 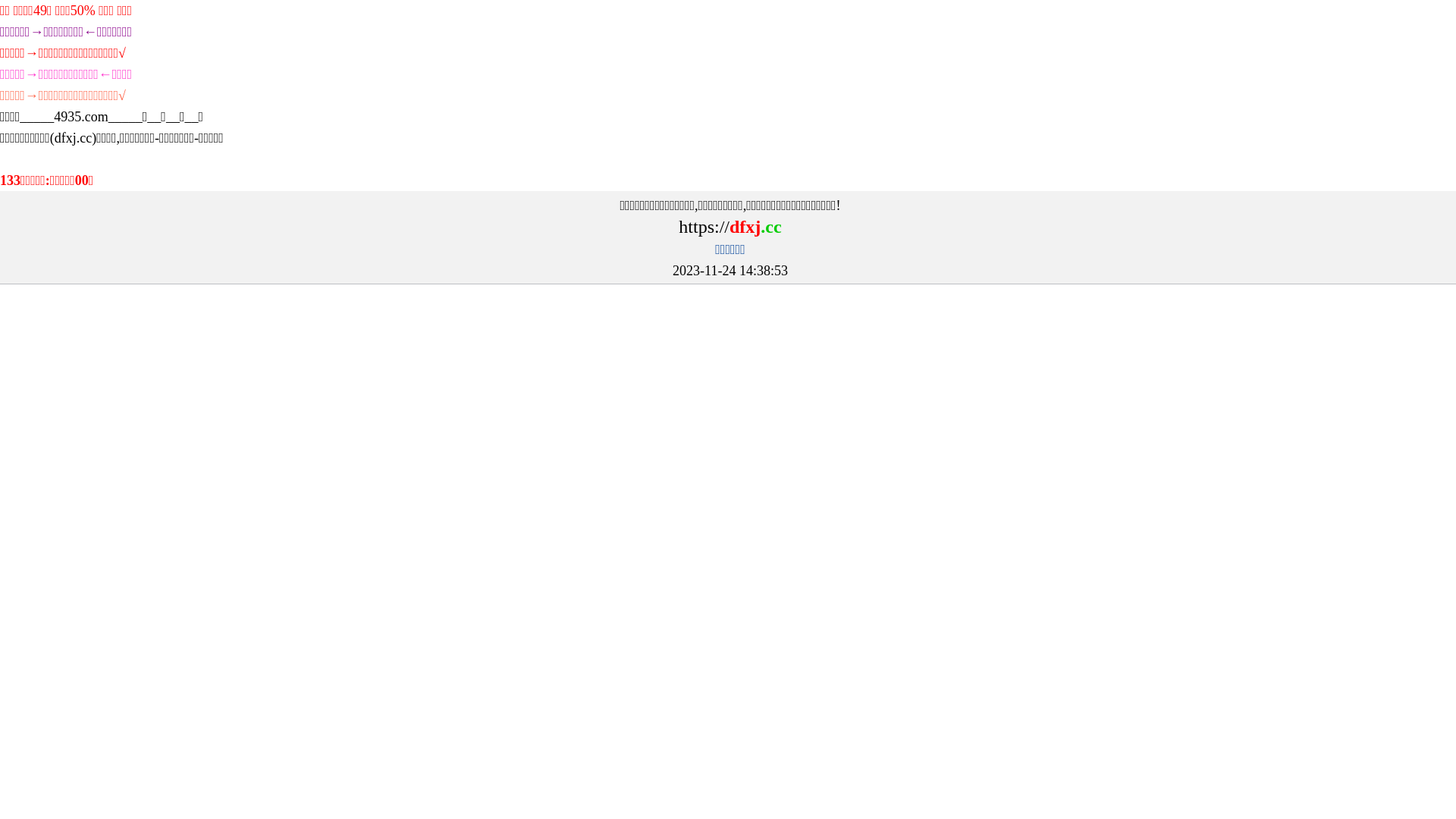 I want to click on 'https://dfxj.cc', so click(x=730, y=227).